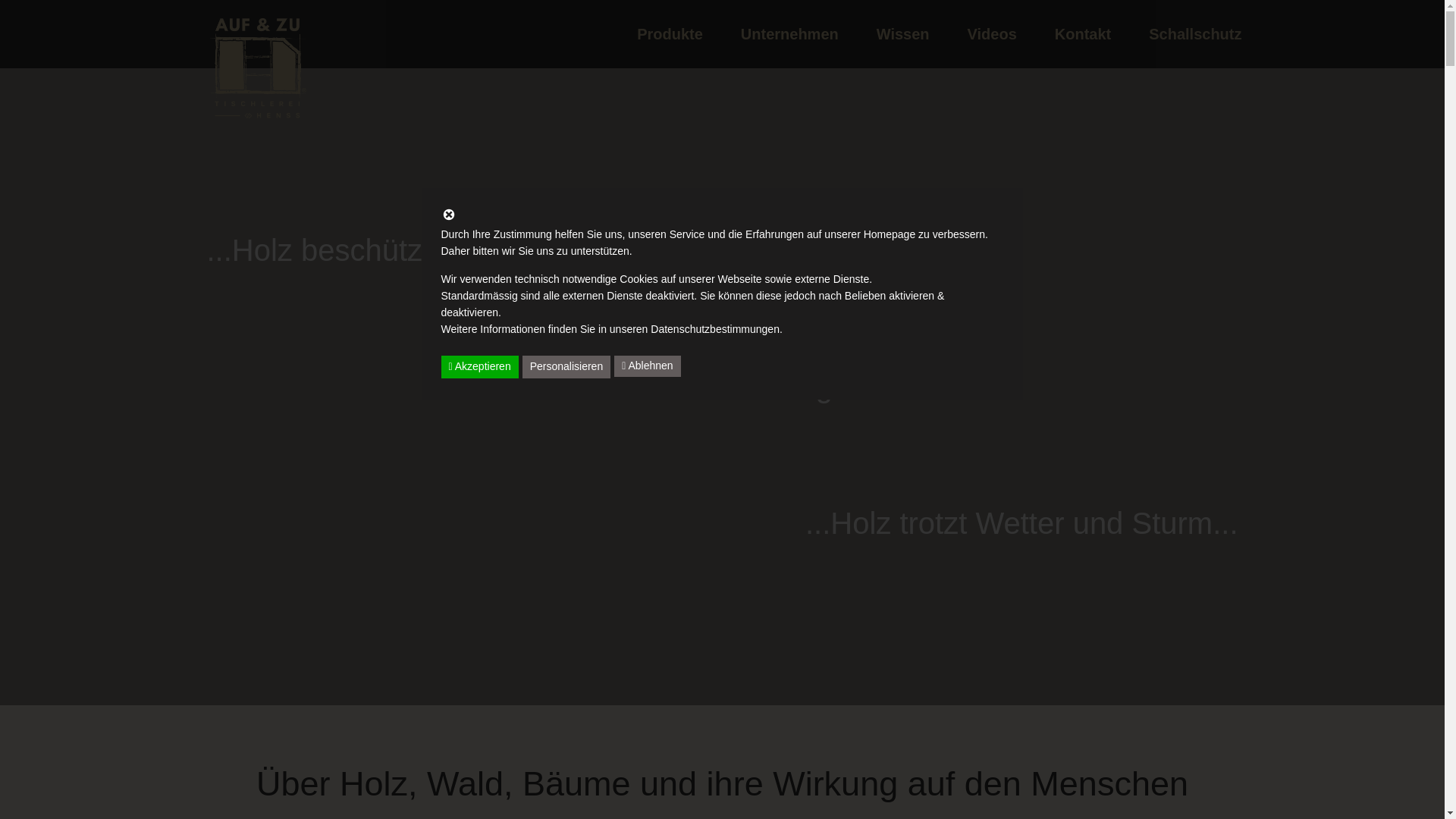 This screenshot has height=819, width=1456. I want to click on 'Wissen', so click(902, 34).